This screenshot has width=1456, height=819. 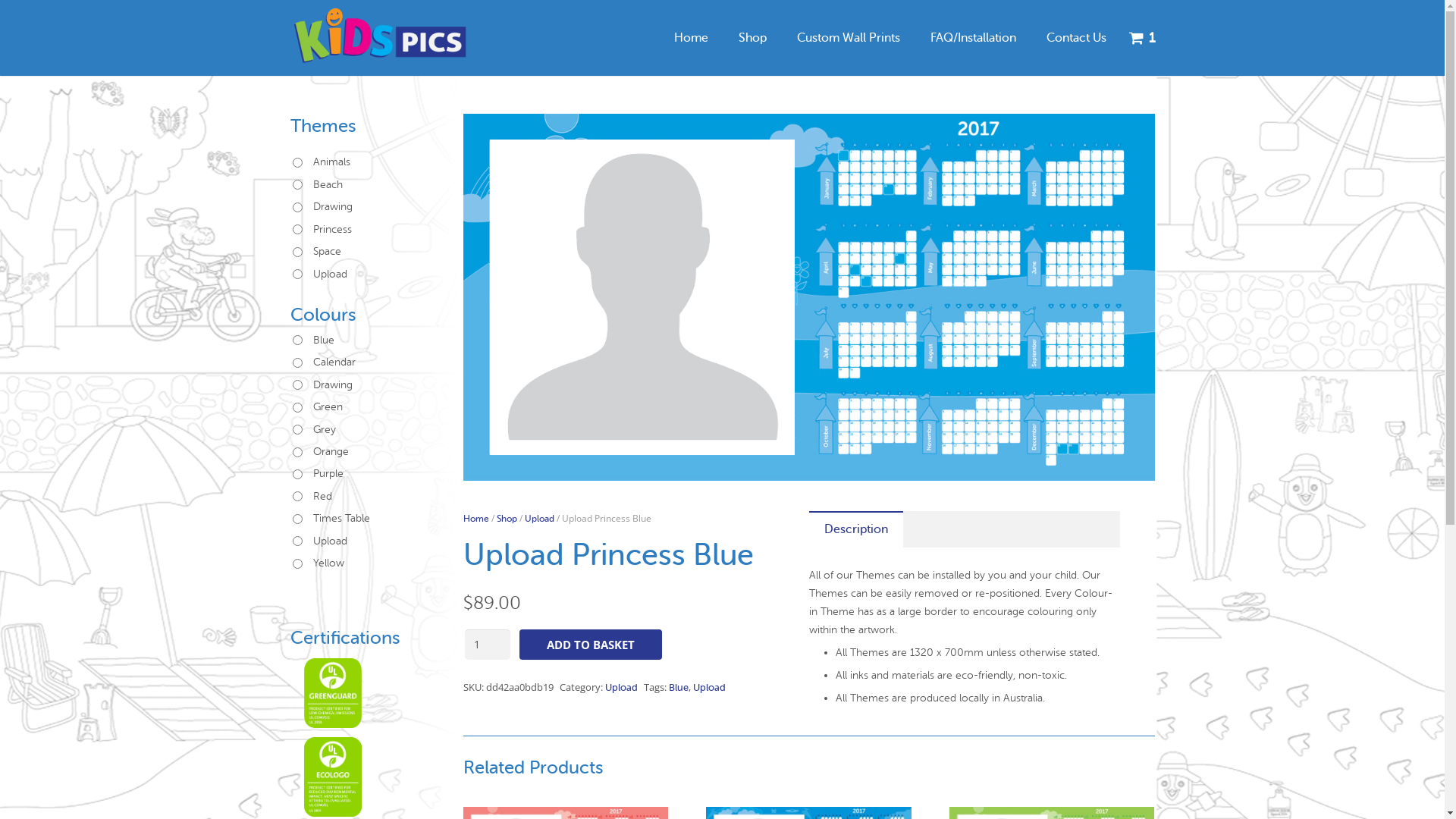 I want to click on 'ADD TO BASKET', so click(x=588, y=644).